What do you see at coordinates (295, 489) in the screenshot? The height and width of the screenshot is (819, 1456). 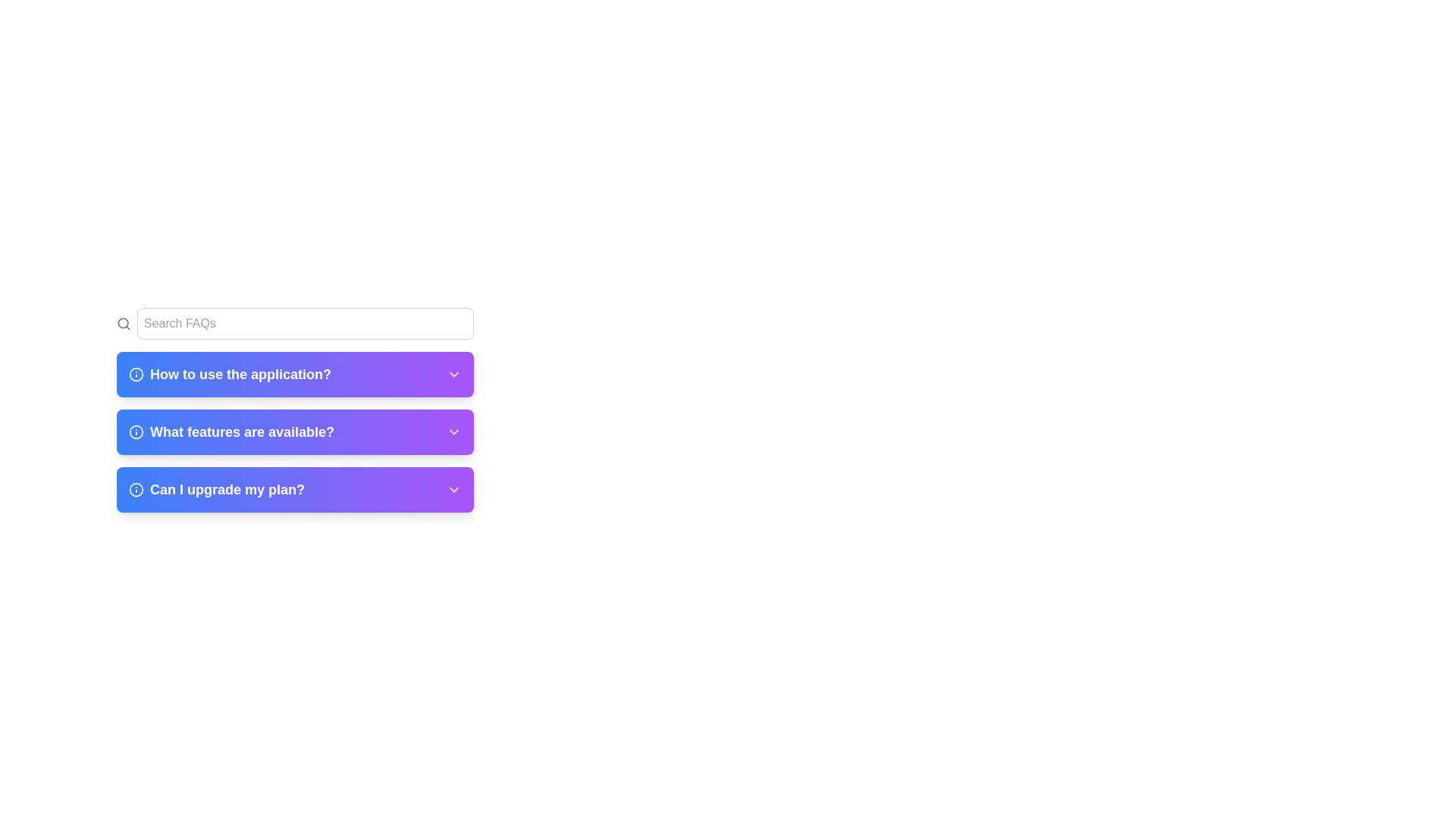 I see `the 'Can I upgrade my plan?' expandable list item with a gradient background` at bounding box center [295, 489].